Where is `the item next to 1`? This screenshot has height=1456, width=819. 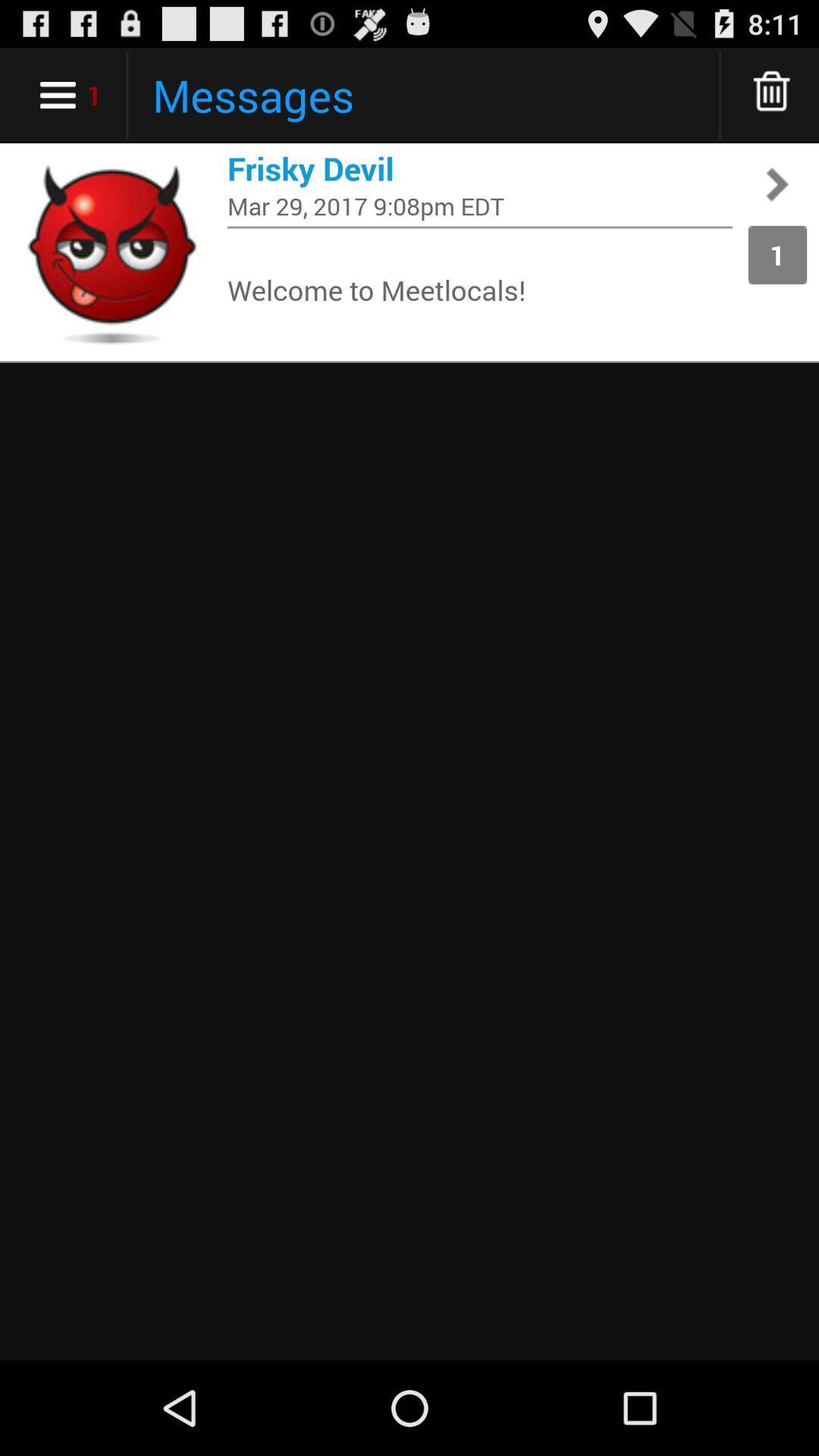 the item next to 1 is located at coordinates (479, 289).